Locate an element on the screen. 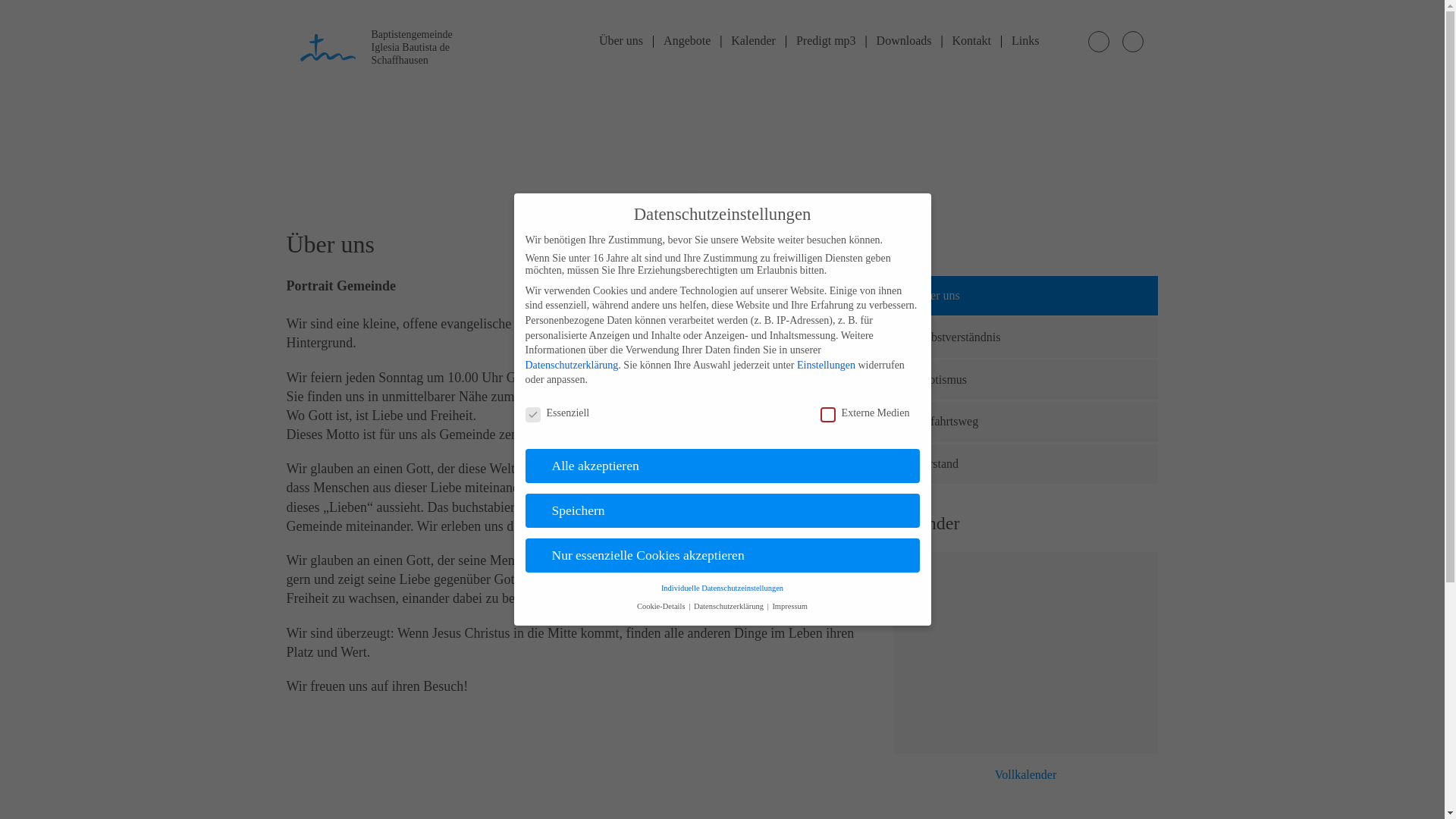  'Individuelle Datenschutzeinstellungen' is located at coordinates (721, 587).